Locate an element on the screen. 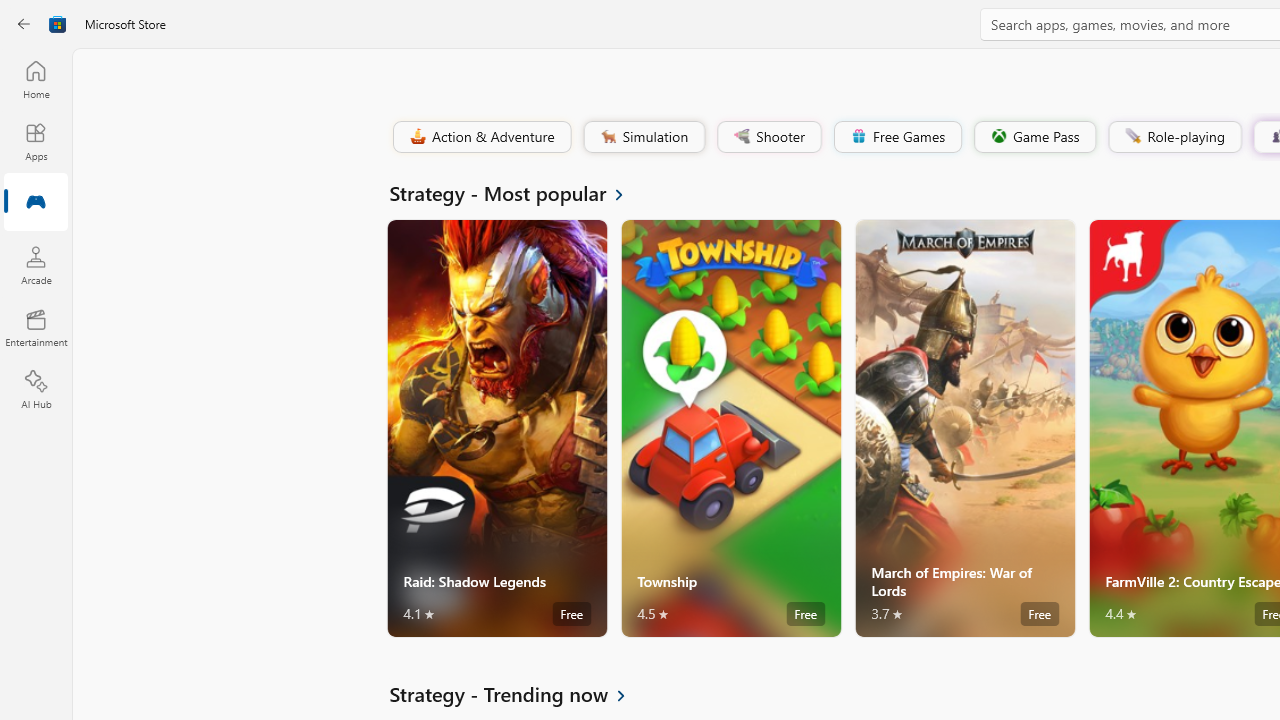 This screenshot has height=720, width=1280. 'Gaming' is located at coordinates (35, 203).